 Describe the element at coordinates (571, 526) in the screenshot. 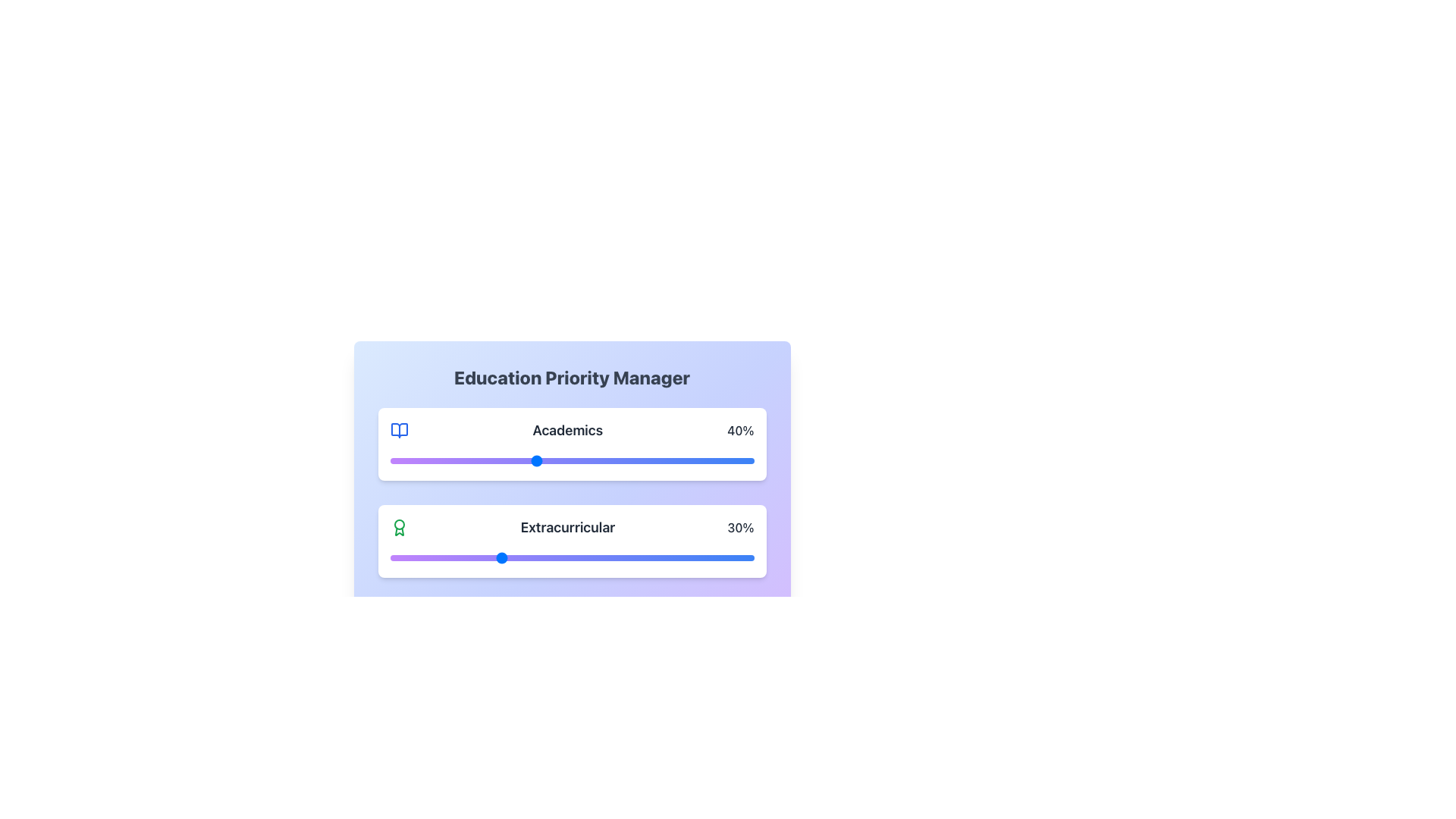

I see `the composite display element that shows the label 'Extracurricular' and the value '30%', featuring a green award-like icon on the left` at that location.